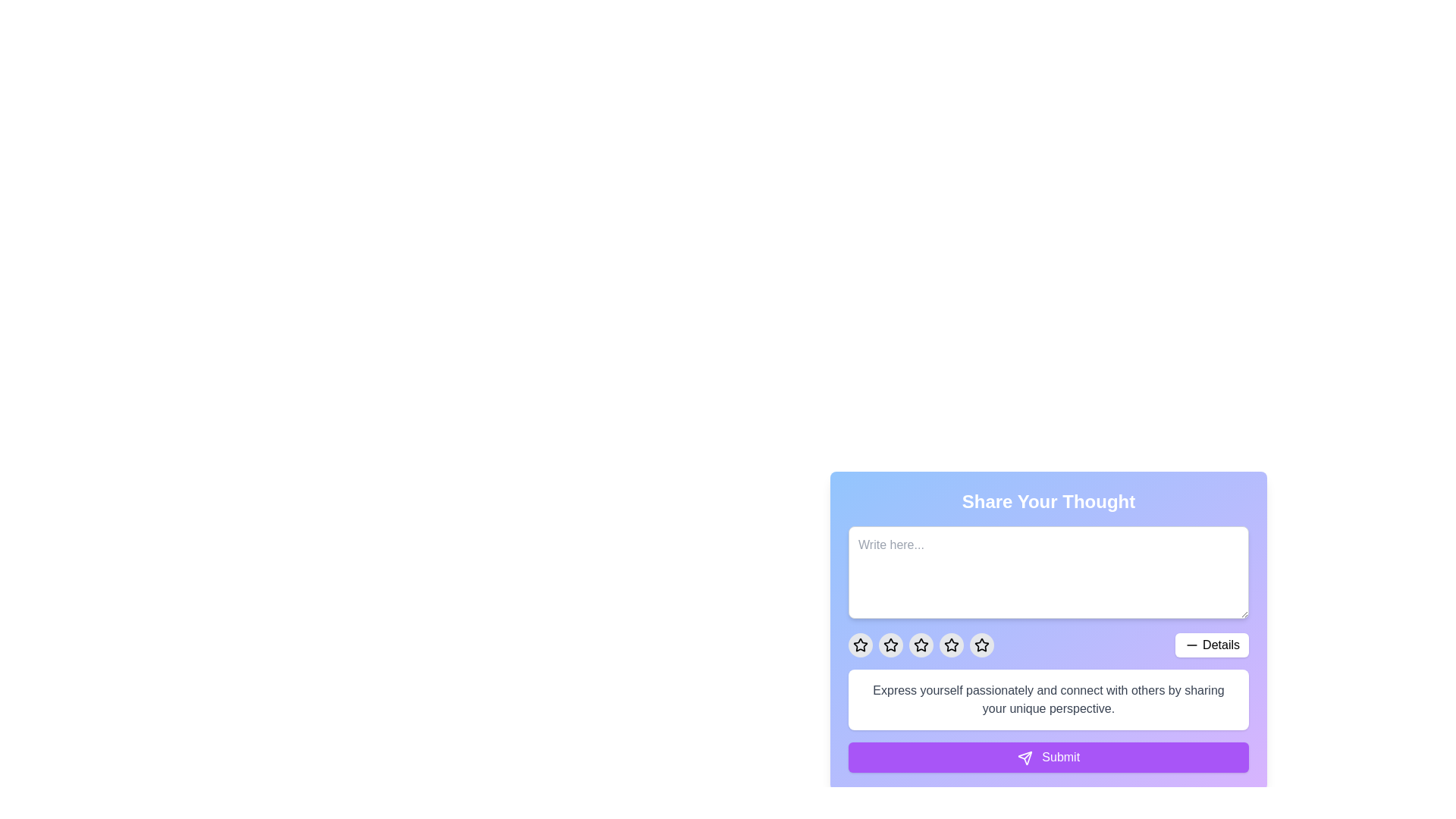 The width and height of the screenshot is (1456, 819). What do you see at coordinates (950, 645) in the screenshot?
I see `the circular rating button with a light gray background and a black star outline, which is the fourth button in a row of five rating buttons` at bounding box center [950, 645].